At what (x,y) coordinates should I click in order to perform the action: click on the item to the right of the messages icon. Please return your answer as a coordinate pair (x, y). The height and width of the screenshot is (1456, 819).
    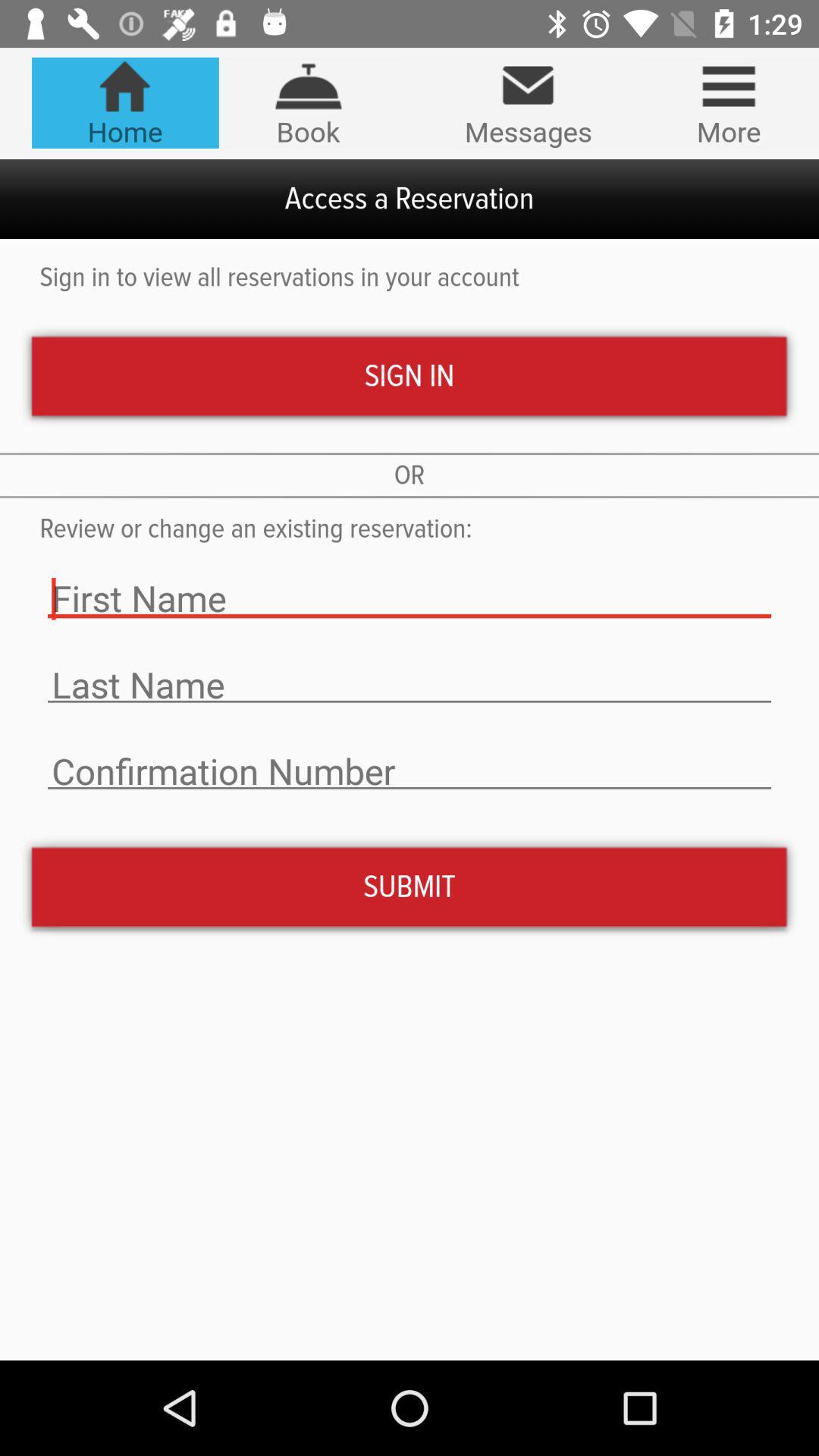
    Looking at the image, I should click on (728, 102).